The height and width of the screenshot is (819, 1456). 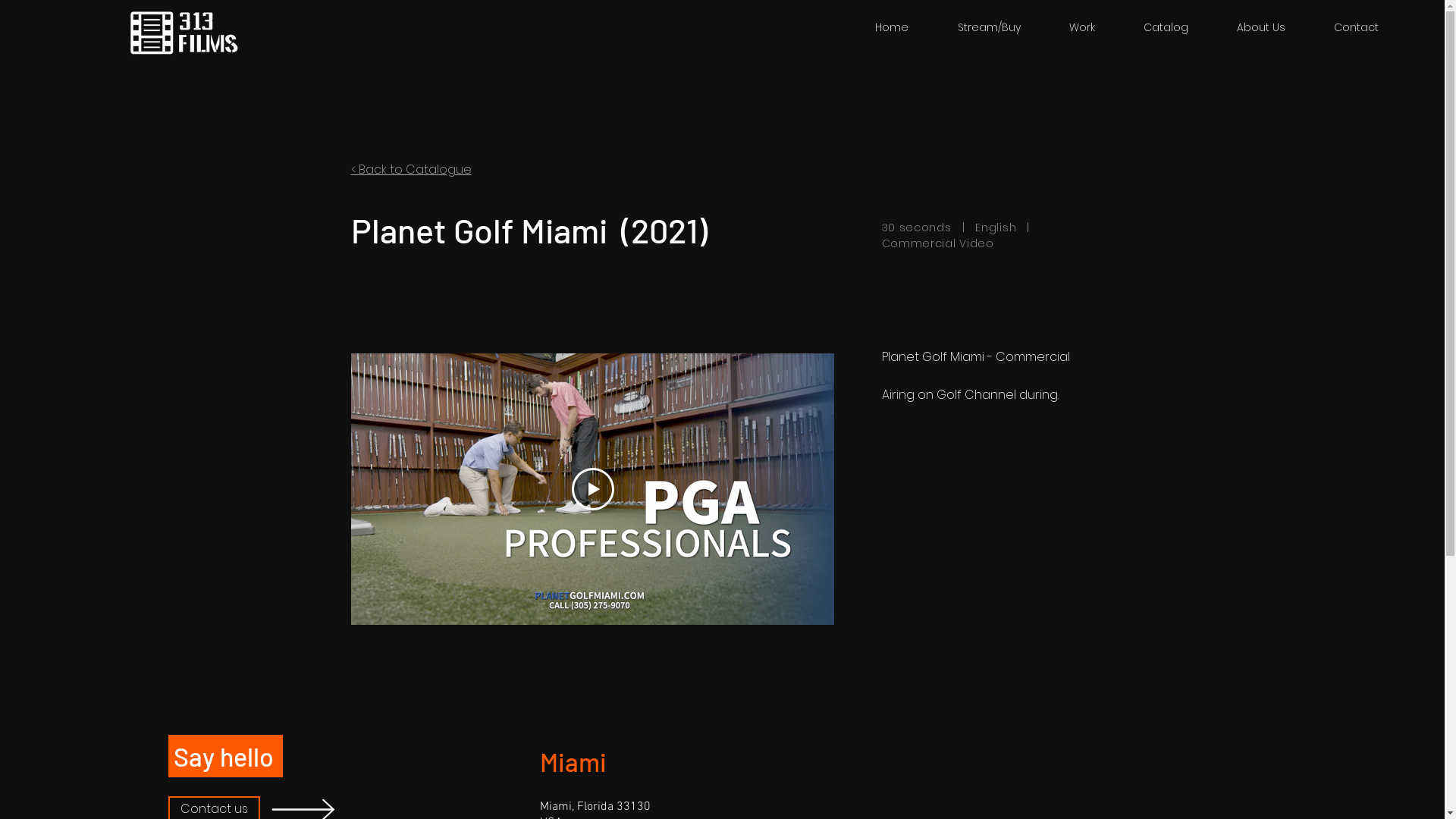 I want to click on '< Back to Catalogue', so click(x=410, y=169).